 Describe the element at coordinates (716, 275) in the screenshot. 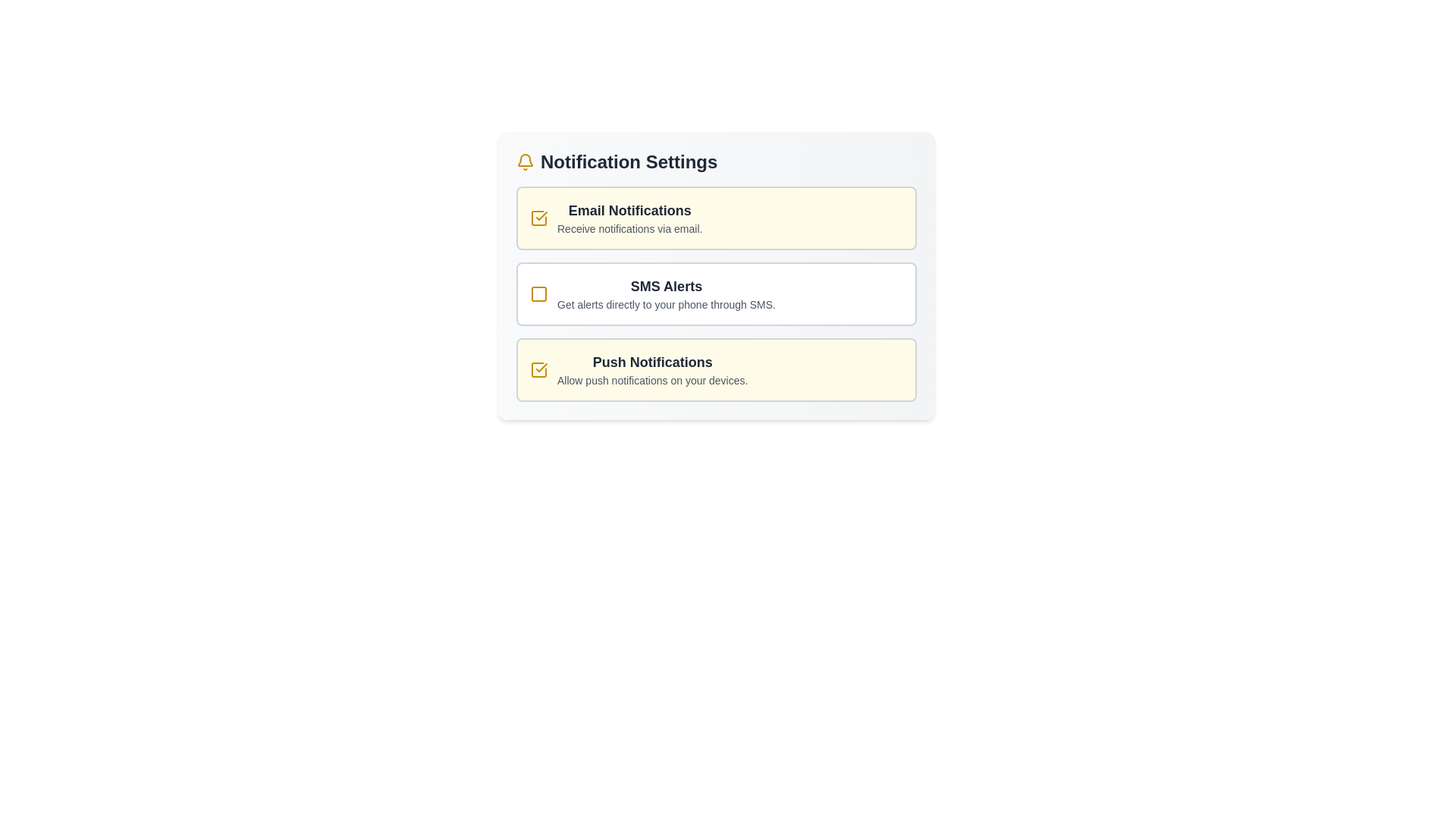

I see `the 'SMS Alerts' interactive card with a checkbox` at that location.